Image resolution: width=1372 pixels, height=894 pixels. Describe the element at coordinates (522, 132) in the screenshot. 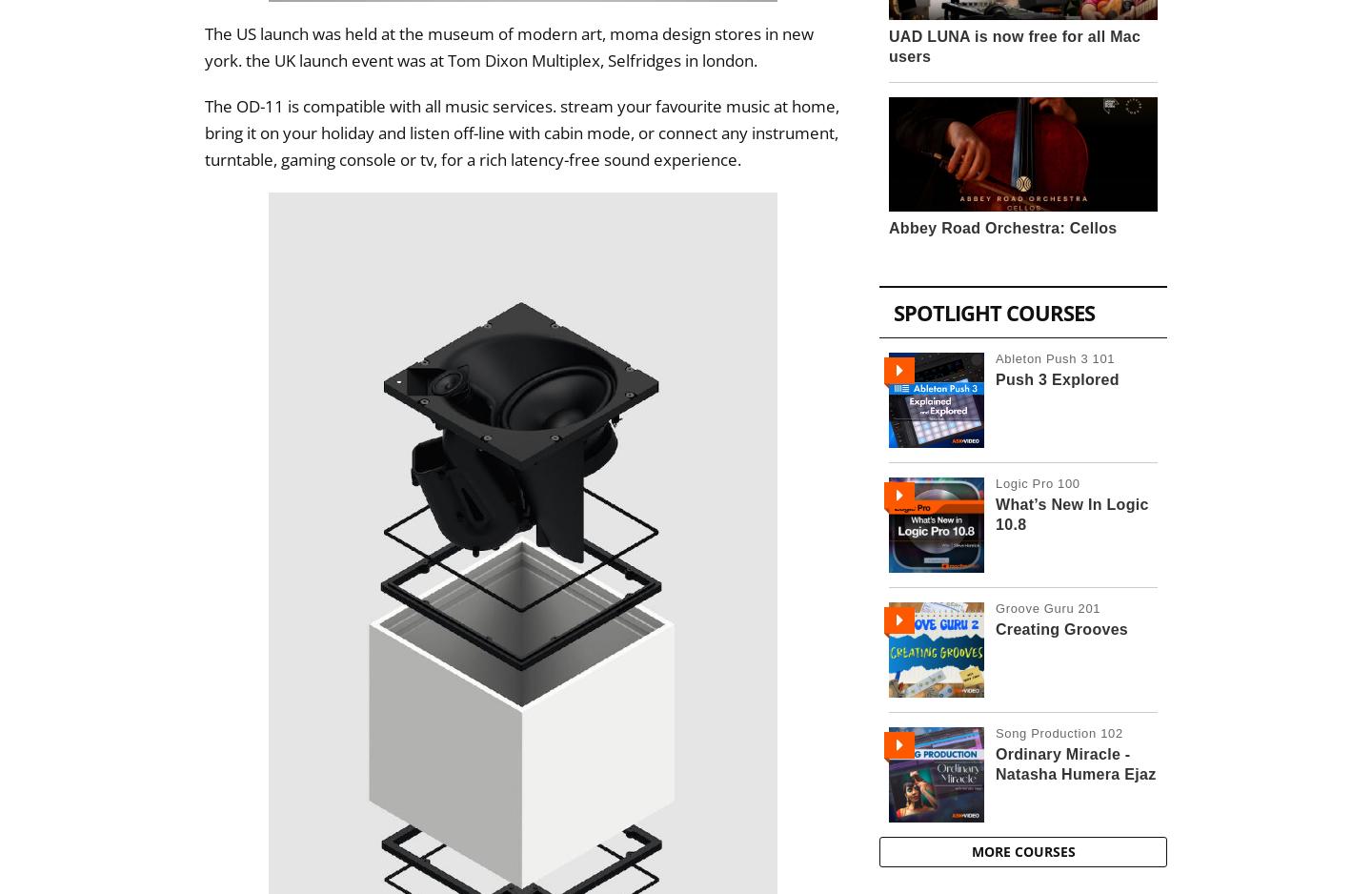

I see `'The OD-11 is compatible with all music services. stream your favourite music at home, bring it on your holiday and listen off-line with cabin mode, or connect any instrument, turntable, gaming console or tv, for a rich latency-free sound experience.'` at that location.